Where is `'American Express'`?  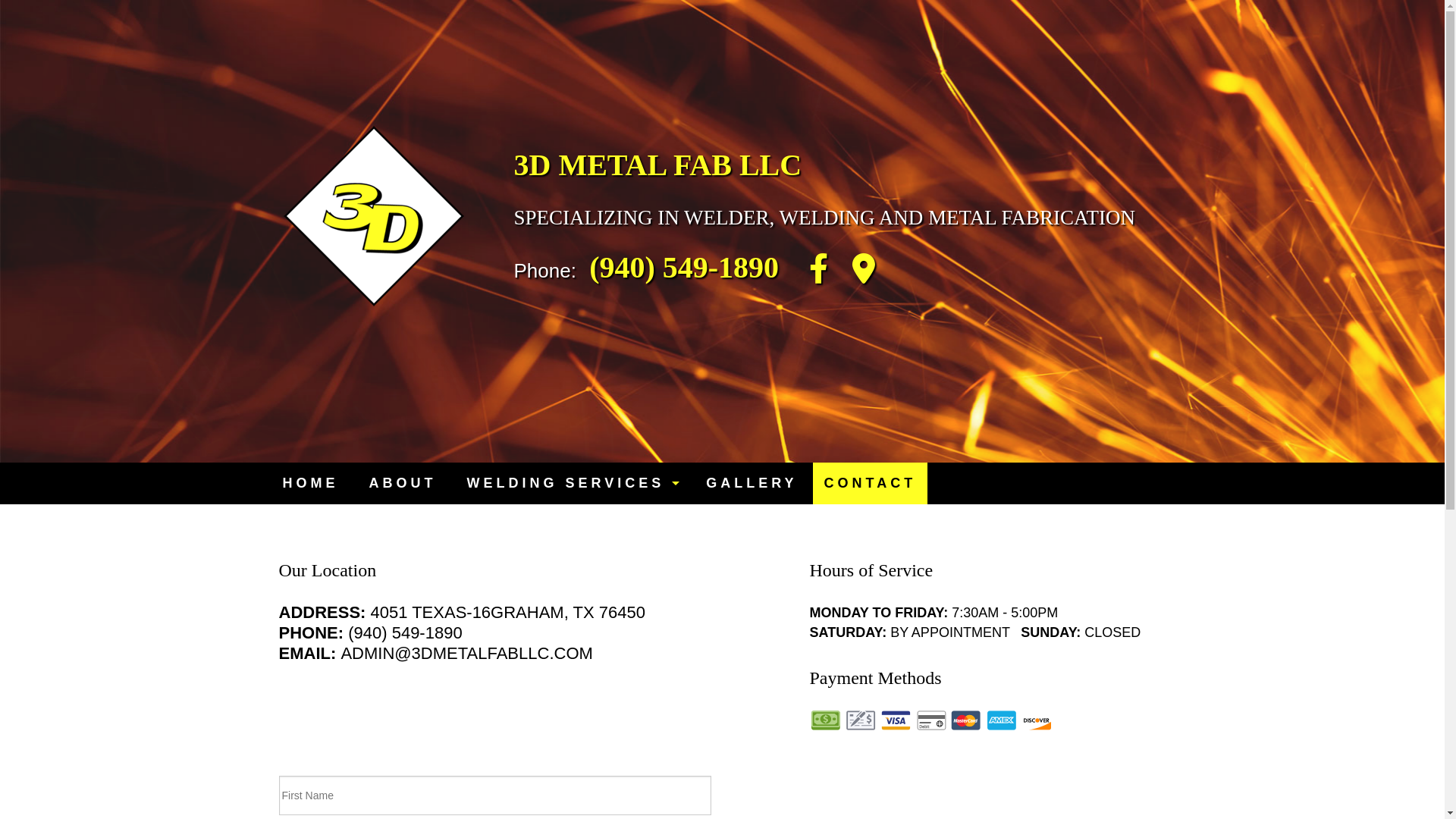
'American Express' is located at coordinates (1001, 719).